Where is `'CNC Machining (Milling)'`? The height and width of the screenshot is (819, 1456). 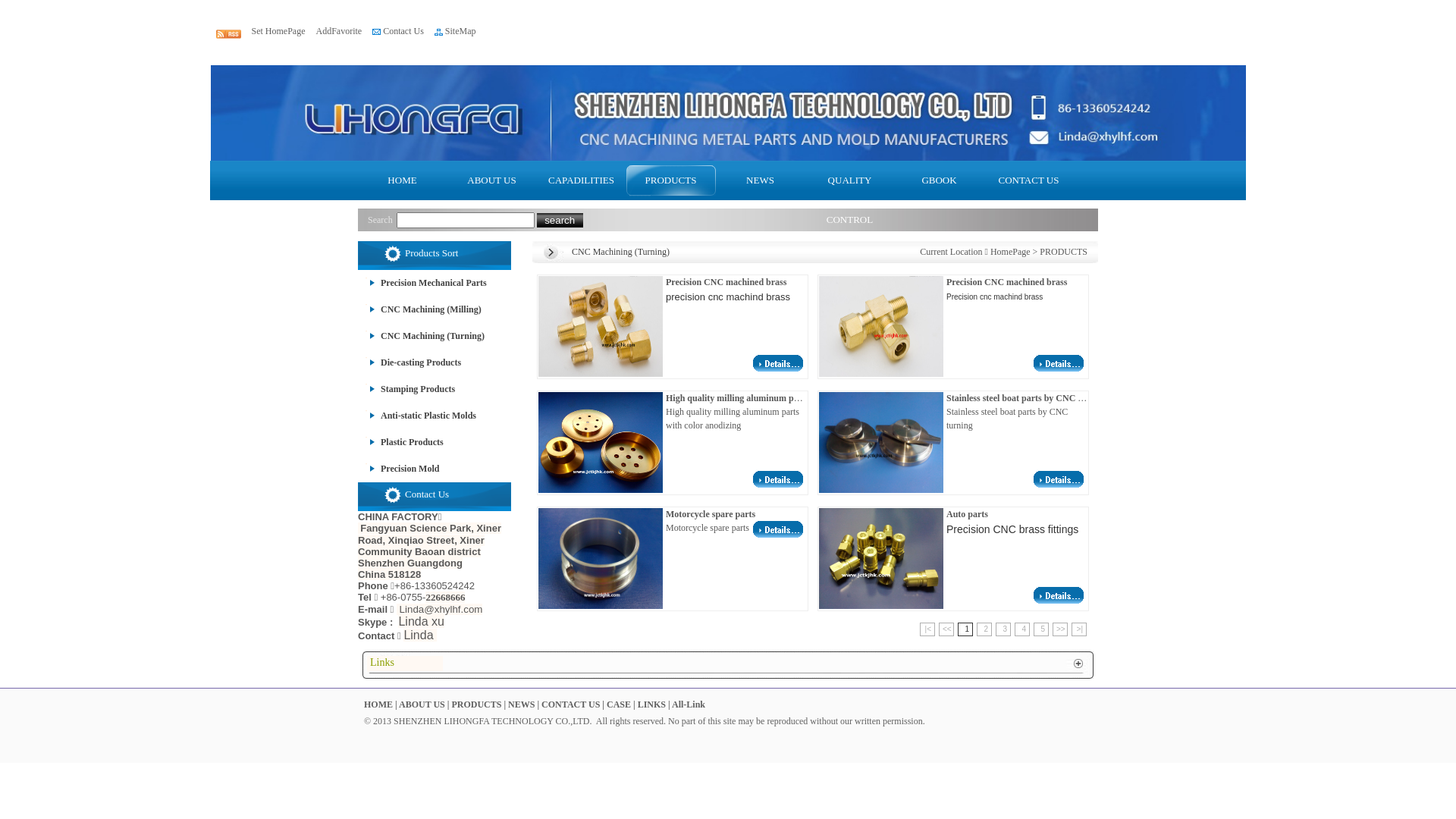
'CNC Machining (Milling)' is located at coordinates (419, 309).